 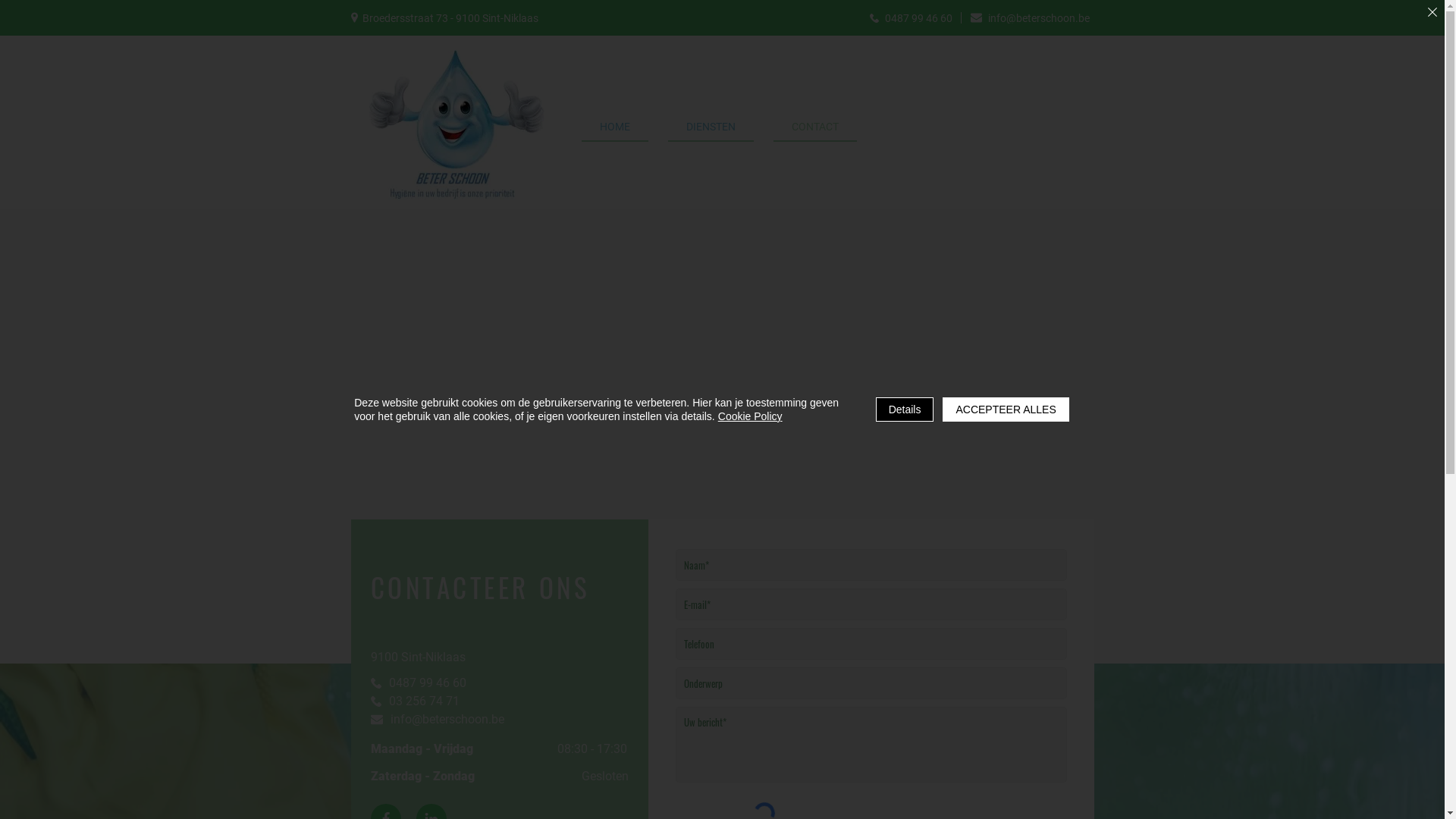 I want to click on 'info@beterschoon.be', so click(x=1030, y=17).